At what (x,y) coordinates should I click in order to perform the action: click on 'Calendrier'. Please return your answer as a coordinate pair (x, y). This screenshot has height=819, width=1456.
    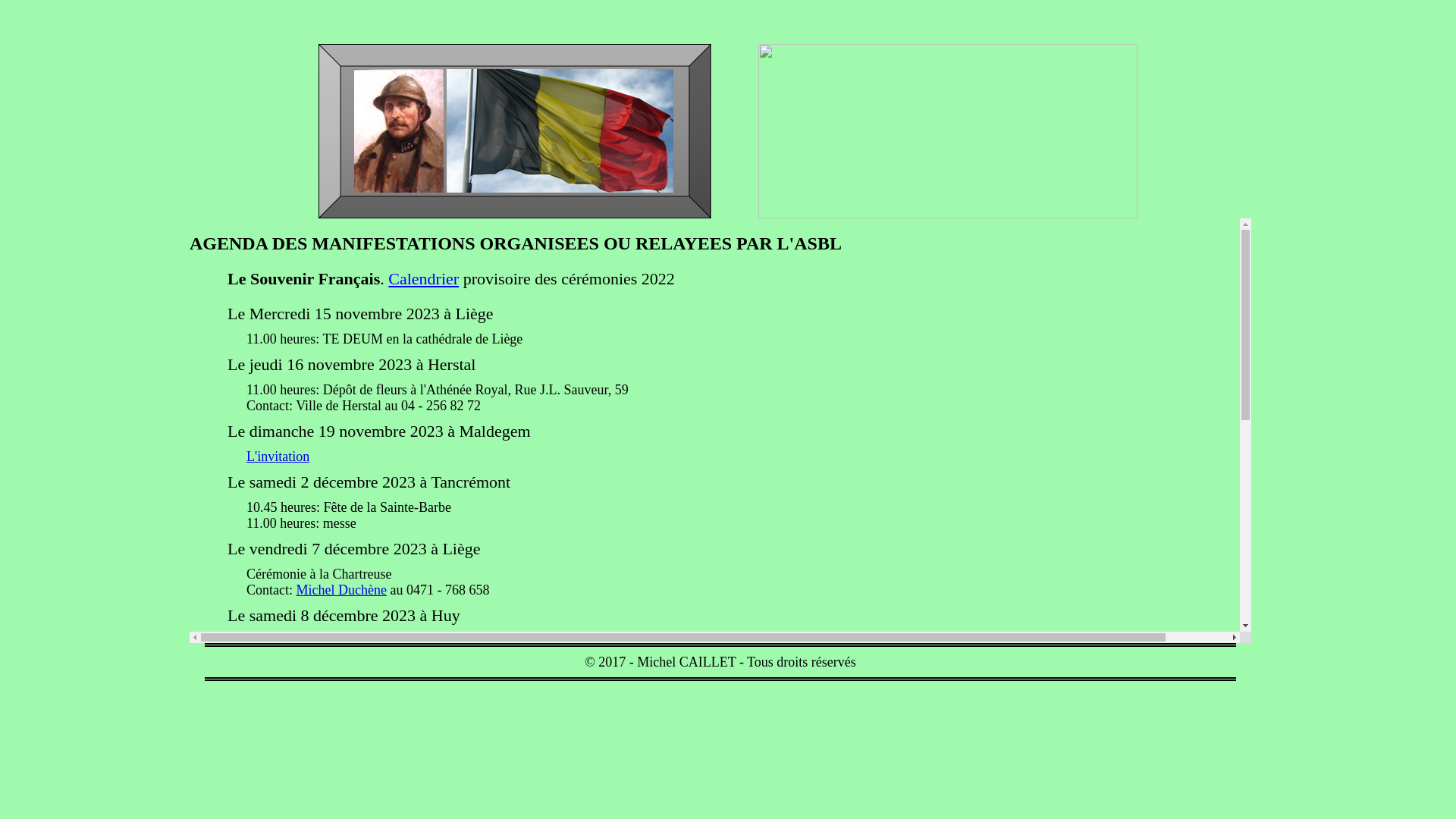
    Looking at the image, I should click on (423, 278).